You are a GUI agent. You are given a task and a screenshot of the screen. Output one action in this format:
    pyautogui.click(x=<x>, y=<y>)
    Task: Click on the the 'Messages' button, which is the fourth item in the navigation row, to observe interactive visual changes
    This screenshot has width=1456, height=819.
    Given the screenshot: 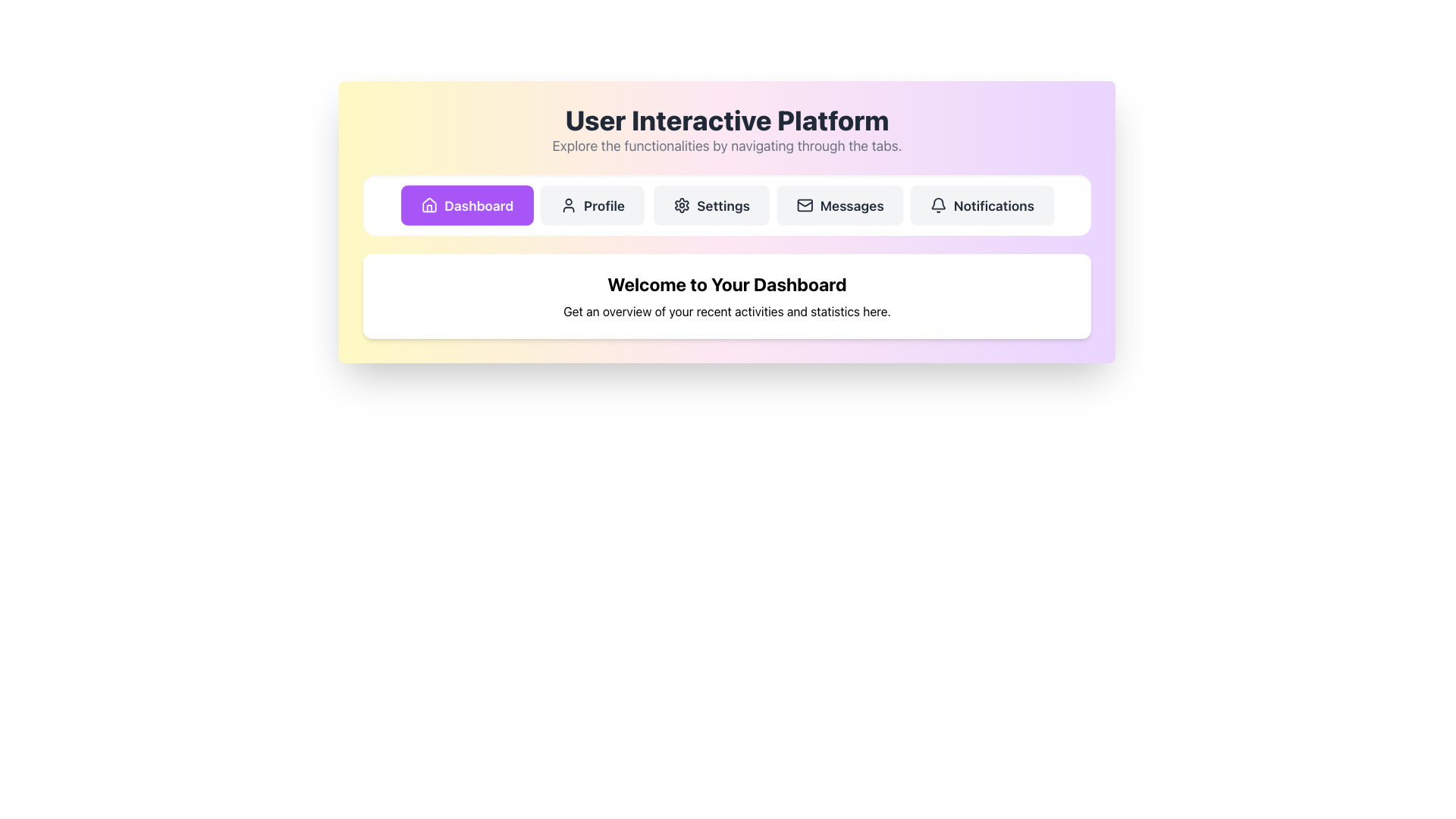 What is the action you would take?
    pyautogui.click(x=839, y=205)
    